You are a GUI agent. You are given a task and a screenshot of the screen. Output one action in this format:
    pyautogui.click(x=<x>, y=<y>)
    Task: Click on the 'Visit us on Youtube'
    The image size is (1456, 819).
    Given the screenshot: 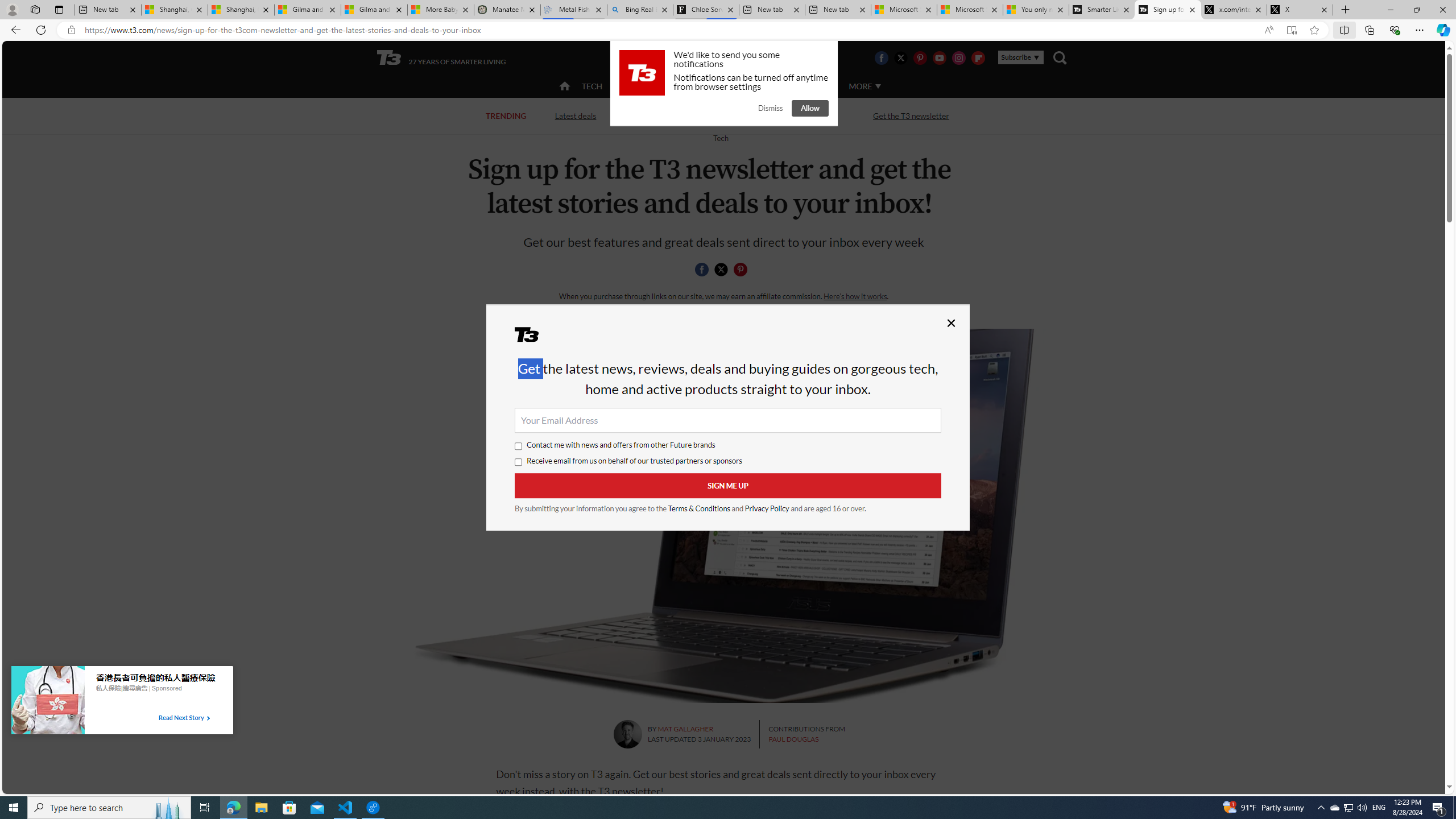 What is the action you would take?
    pyautogui.click(x=938, y=57)
    